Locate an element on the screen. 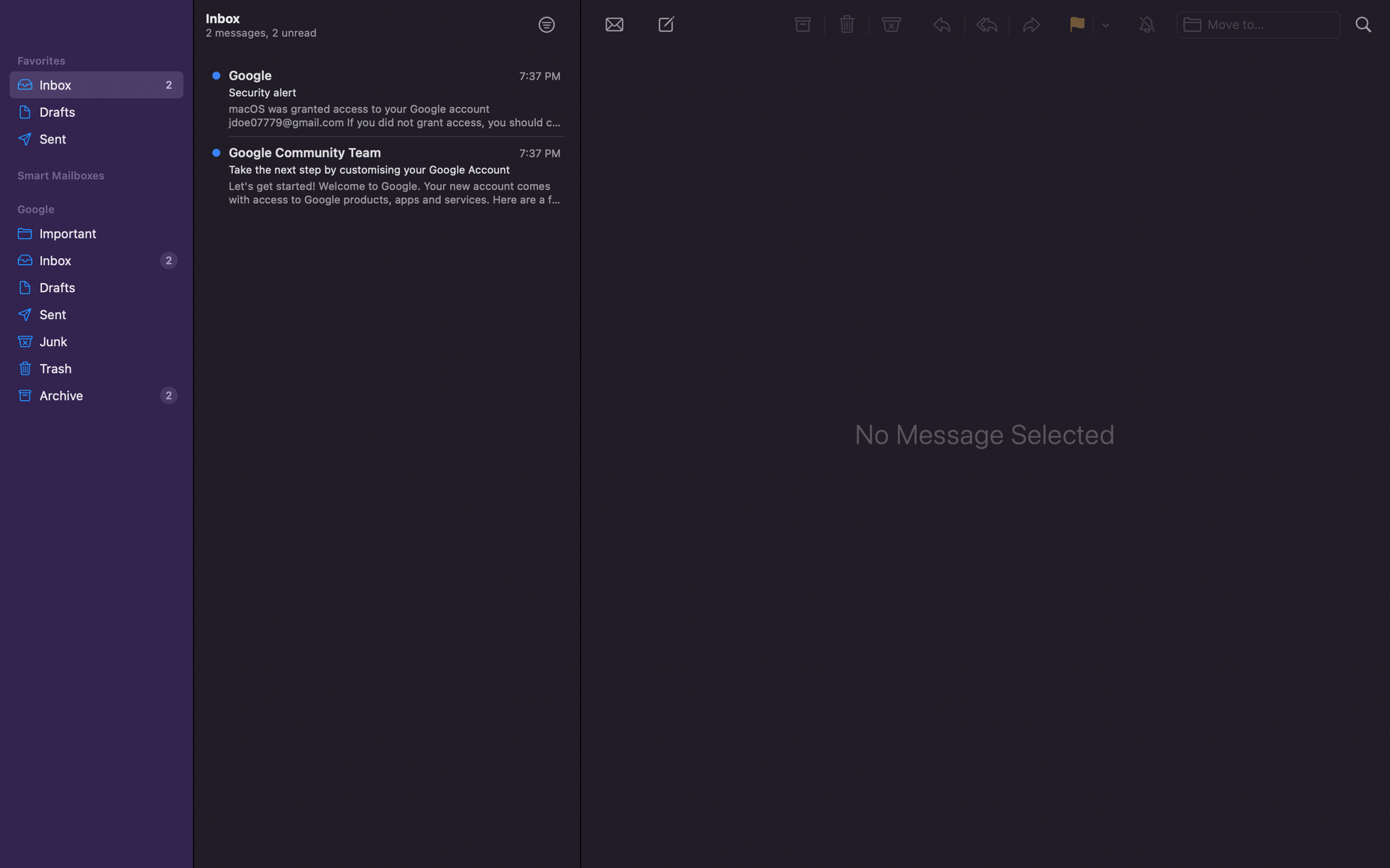  the sent mail box is located at coordinates (97, 315).